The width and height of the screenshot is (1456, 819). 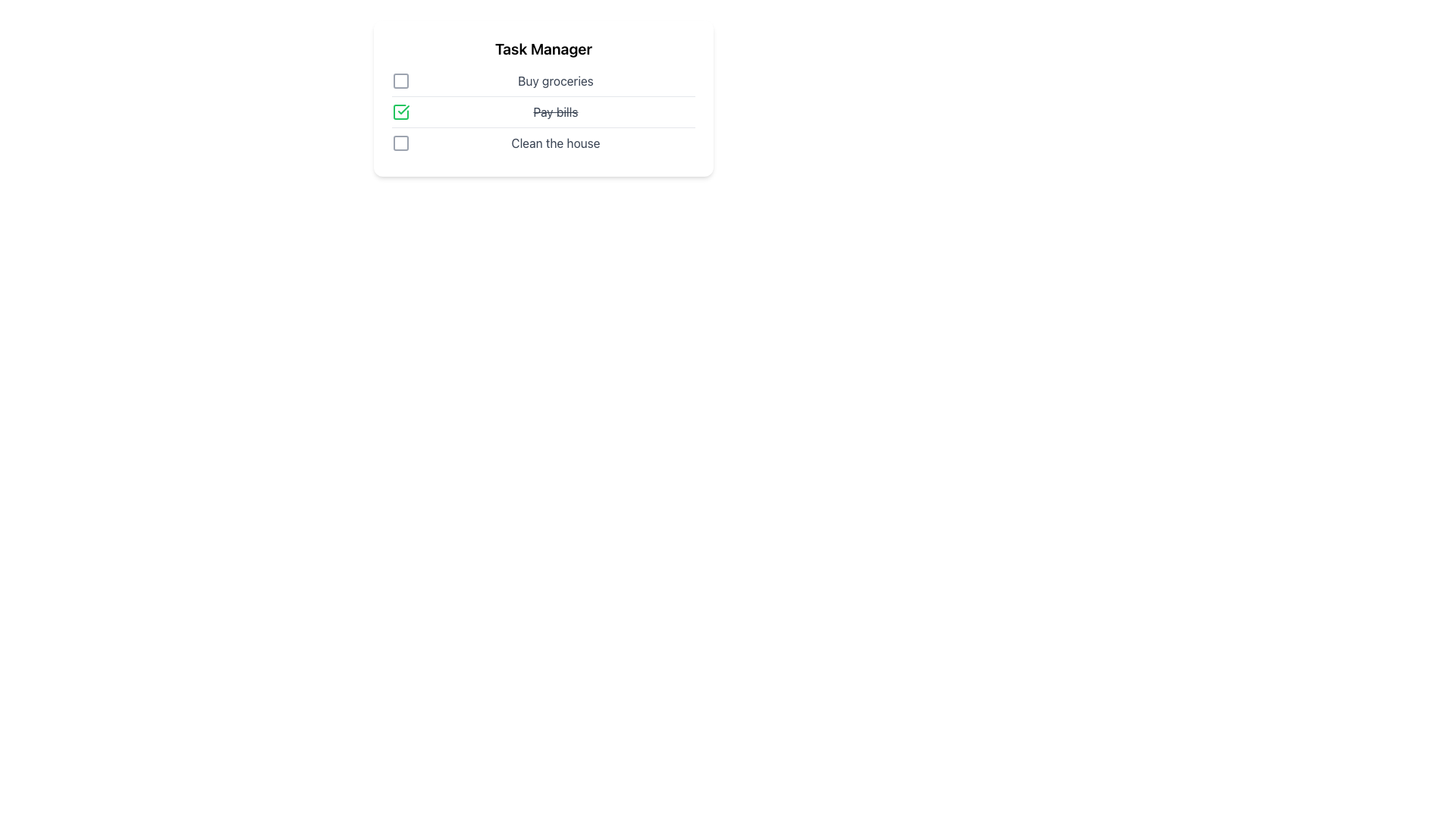 What do you see at coordinates (543, 146) in the screenshot?
I see `the third task list item with a checkbox` at bounding box center [543, 146].